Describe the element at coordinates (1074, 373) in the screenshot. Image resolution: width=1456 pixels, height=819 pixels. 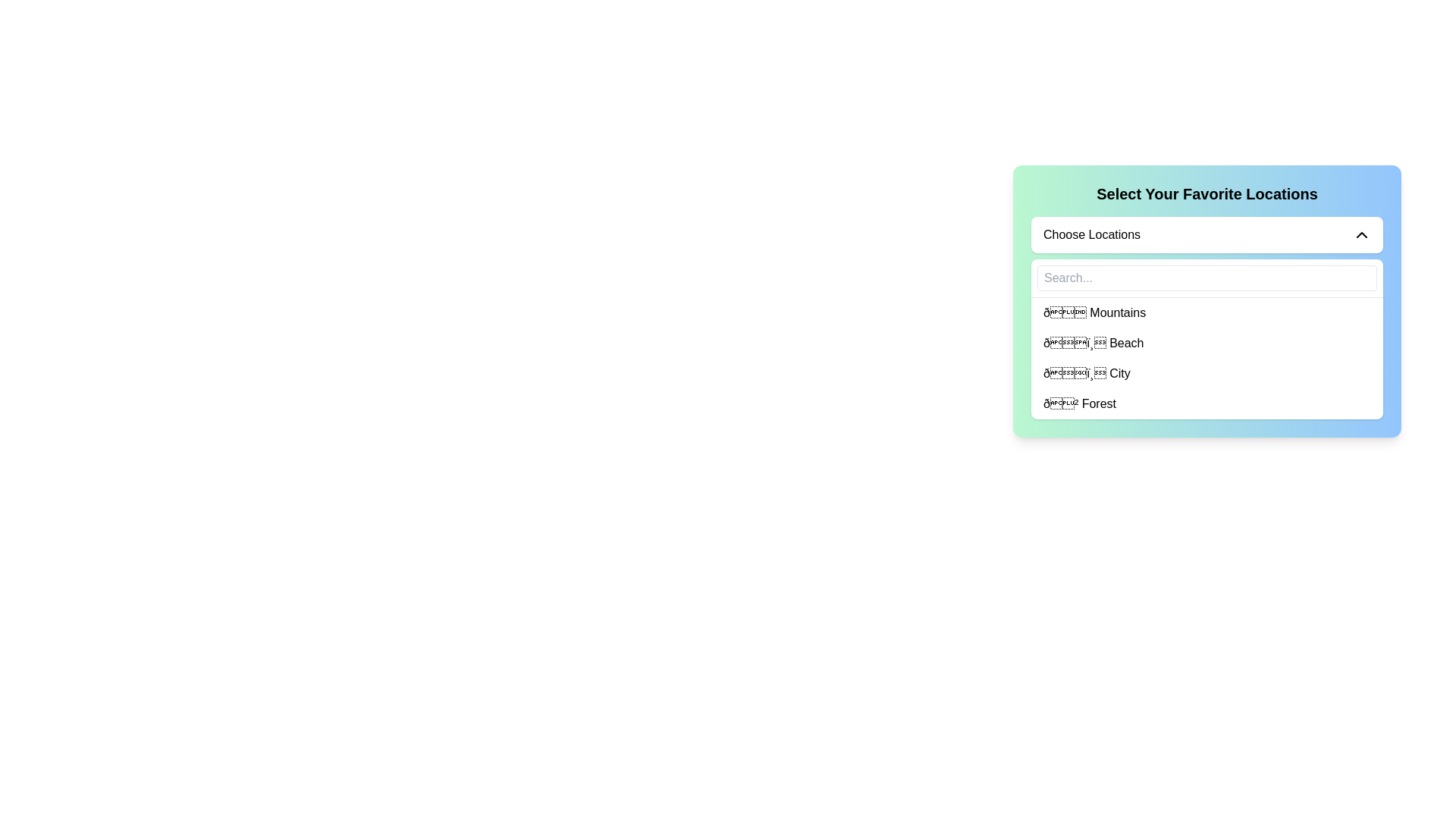
I see `the static icon representing the 'City' option in the location selection list within the modal titled 'Select Your Favorite Locations'` at that location.